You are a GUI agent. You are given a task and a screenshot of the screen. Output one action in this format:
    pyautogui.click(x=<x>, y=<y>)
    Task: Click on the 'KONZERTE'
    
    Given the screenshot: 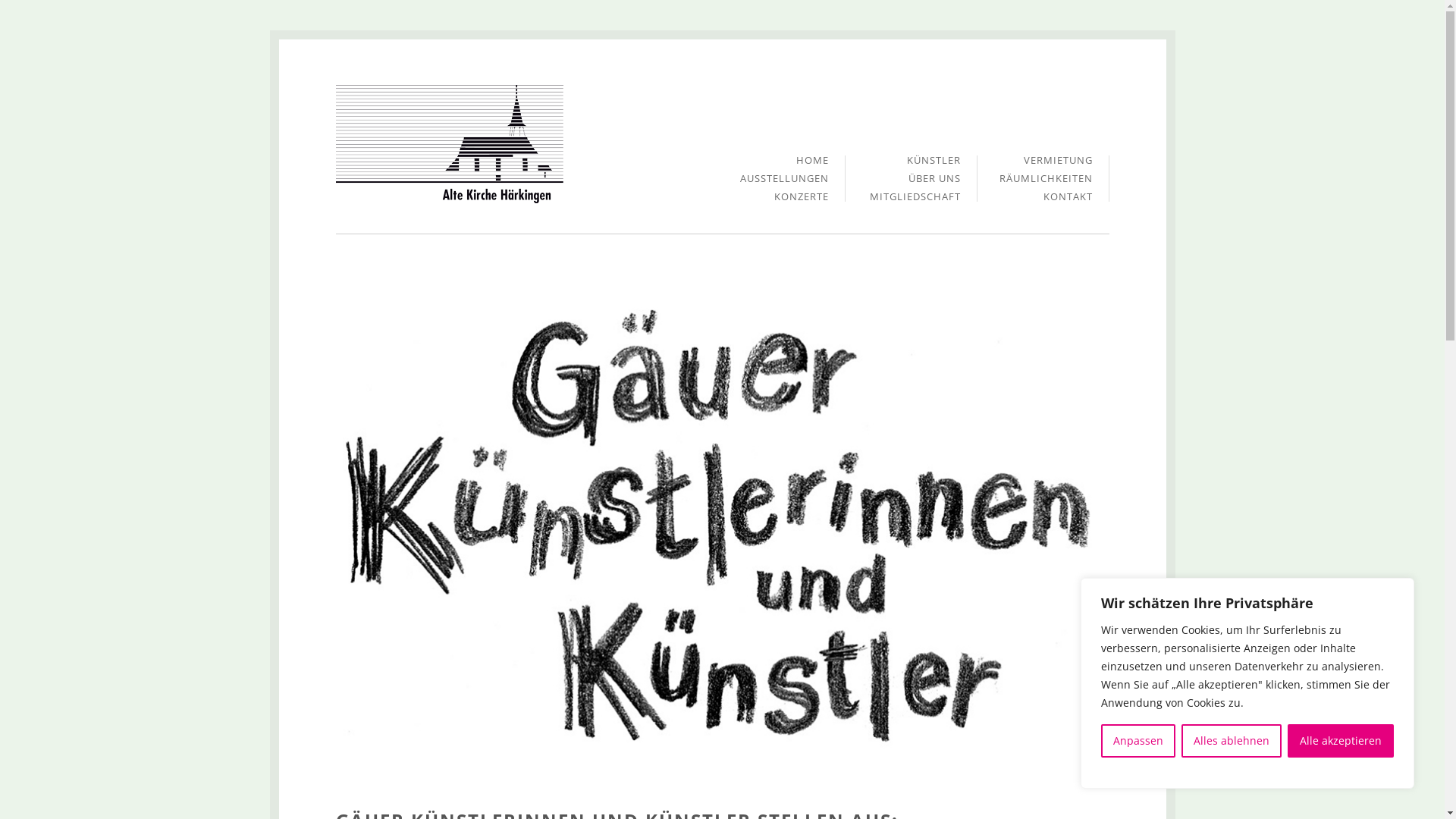 What is the action you would take?
    pyautogui.click(x=773, y=196)
    